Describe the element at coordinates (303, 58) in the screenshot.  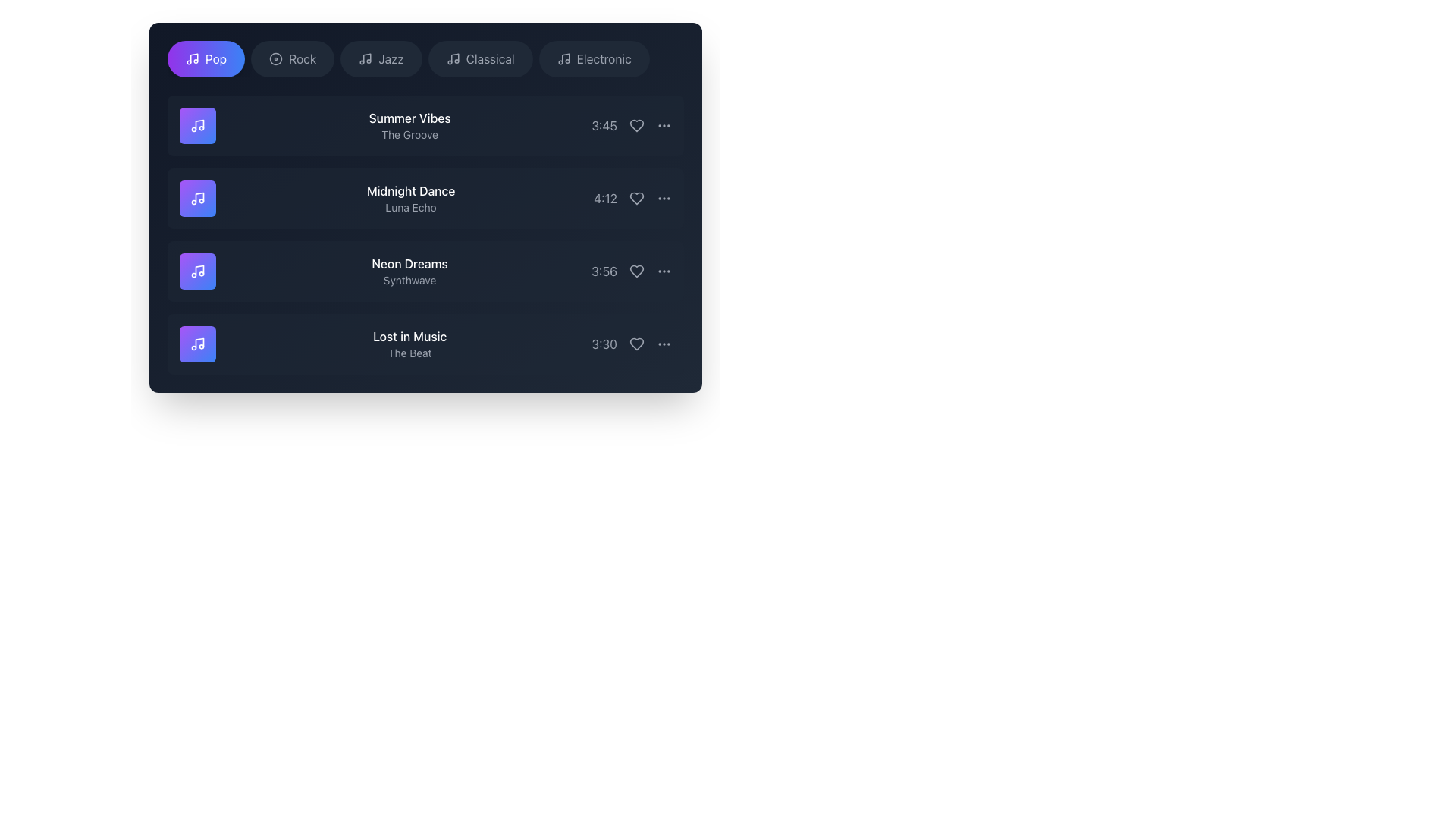
I see `the 'Rock' category button in the horizontal menu bar` at that location.